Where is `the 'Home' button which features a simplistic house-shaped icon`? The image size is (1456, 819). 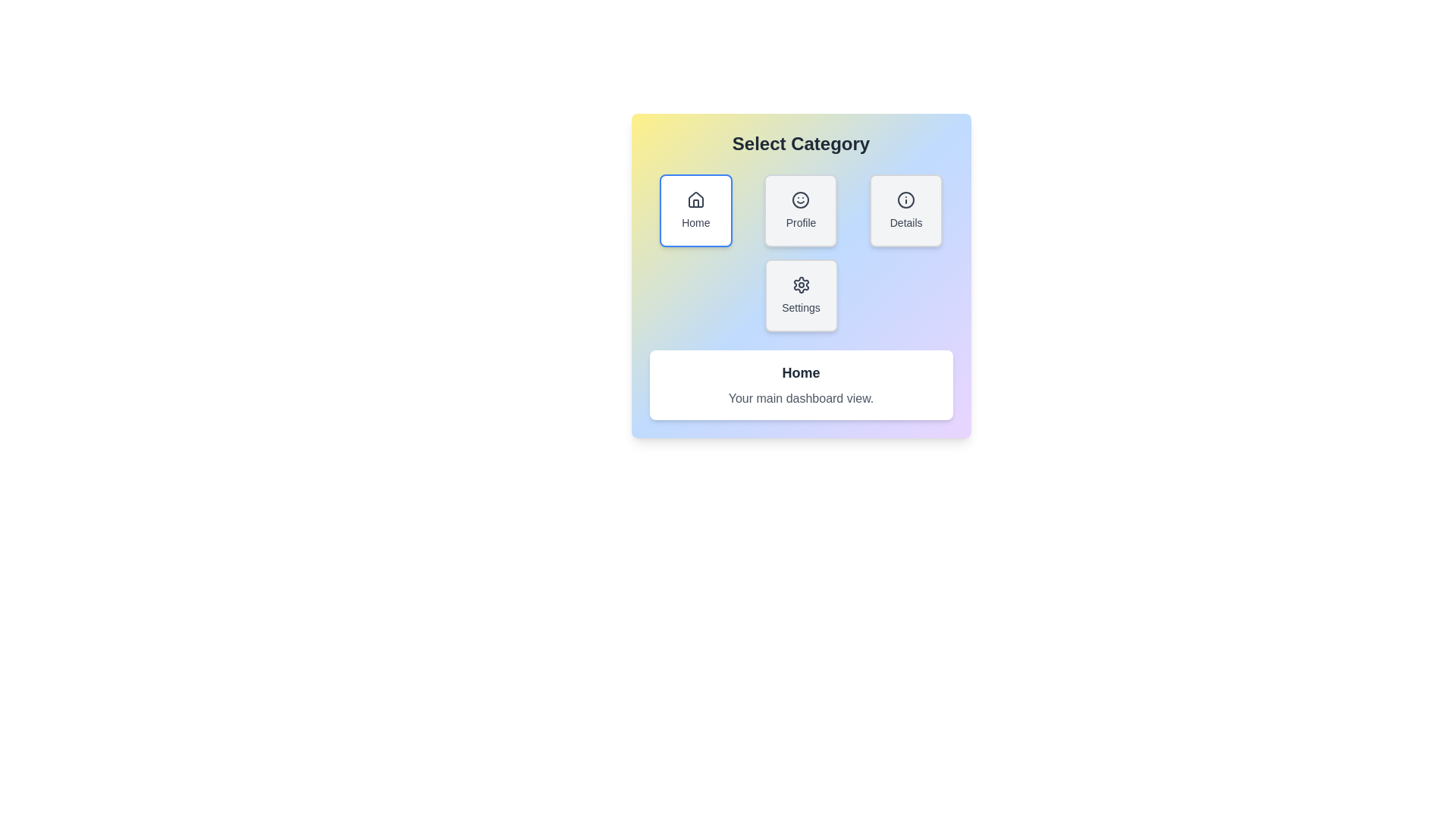
the 'Home' button which features a simplistic house-shaped icon is located at coordinates (695, 199).